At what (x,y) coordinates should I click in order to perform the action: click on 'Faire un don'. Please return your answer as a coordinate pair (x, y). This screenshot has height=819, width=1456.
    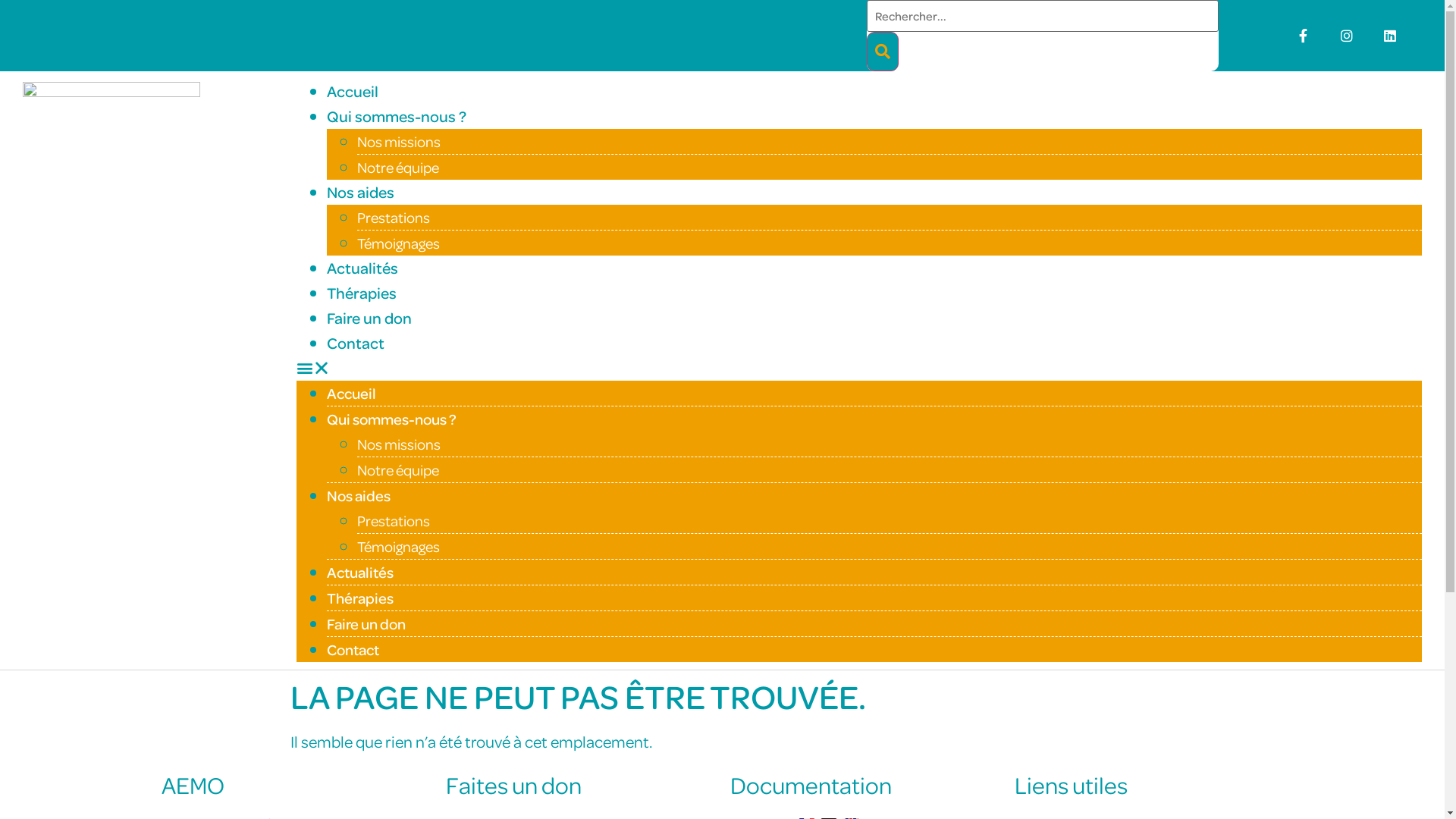
    Looking at the image, I should click on (369, 317).